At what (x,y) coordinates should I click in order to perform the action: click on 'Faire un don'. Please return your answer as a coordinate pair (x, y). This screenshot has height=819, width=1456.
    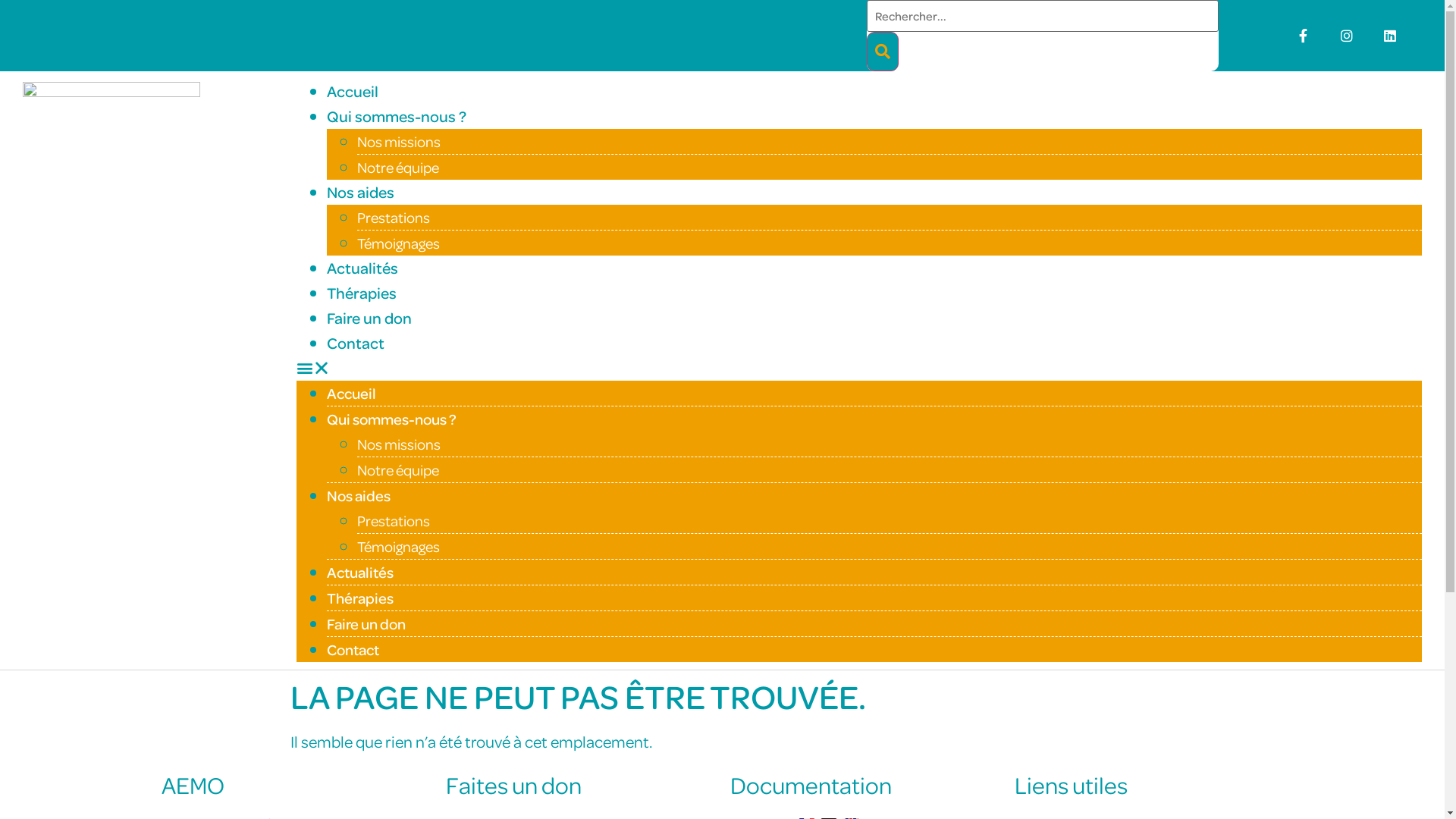
    Looking at the image, I should click on (369, 317).